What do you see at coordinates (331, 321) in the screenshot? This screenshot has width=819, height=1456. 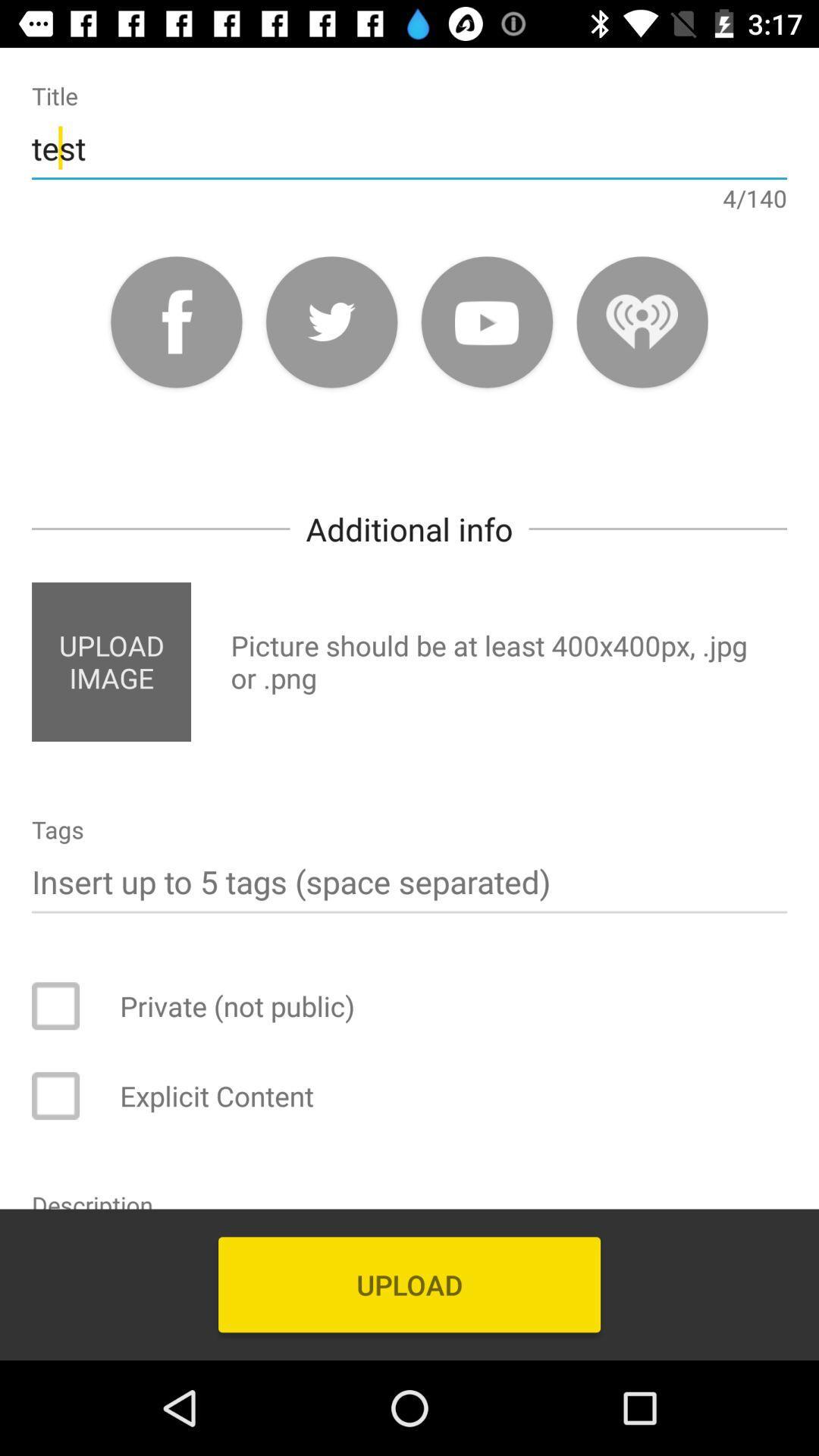 I see `click twitter` at bounding box center [331, 321].